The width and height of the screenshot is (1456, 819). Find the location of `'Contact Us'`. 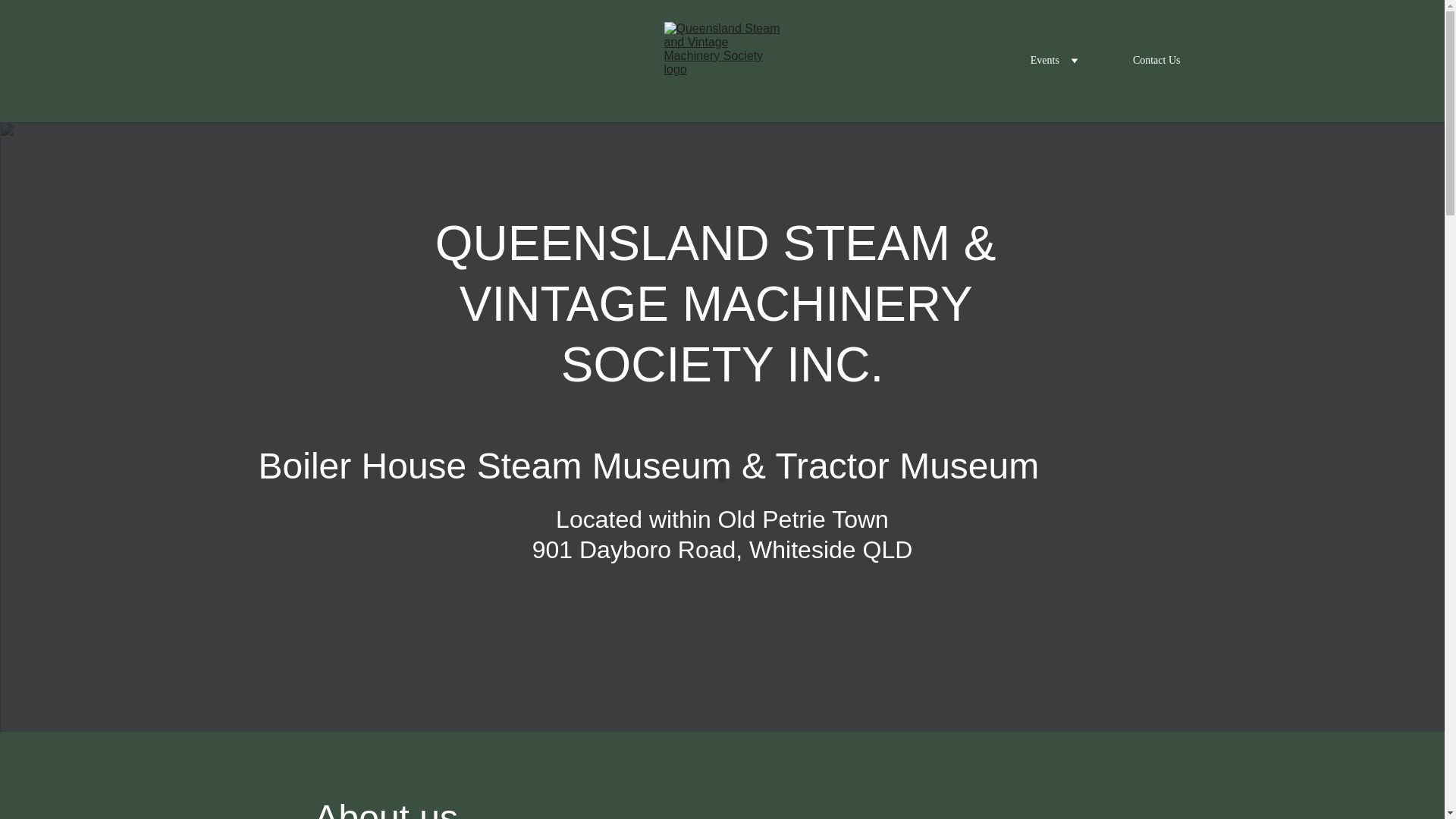

'Contact Us' is located at coordinates (1156, 60).